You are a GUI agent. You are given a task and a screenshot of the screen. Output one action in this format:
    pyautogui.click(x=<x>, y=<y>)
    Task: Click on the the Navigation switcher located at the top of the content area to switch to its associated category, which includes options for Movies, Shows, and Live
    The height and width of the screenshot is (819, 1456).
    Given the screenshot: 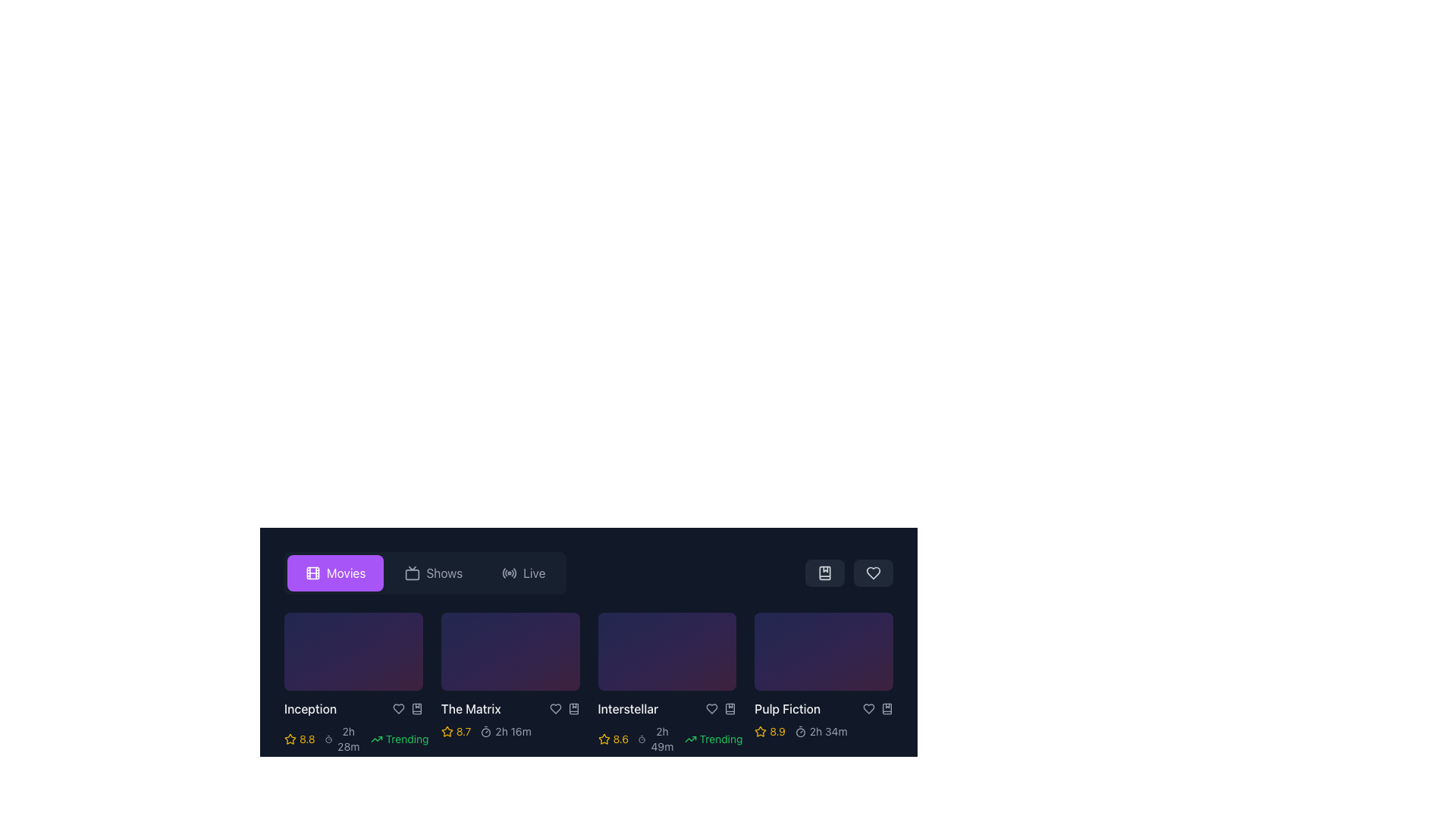 What is the action you would take?
    pyautogui.click(x=588, y=573)
    